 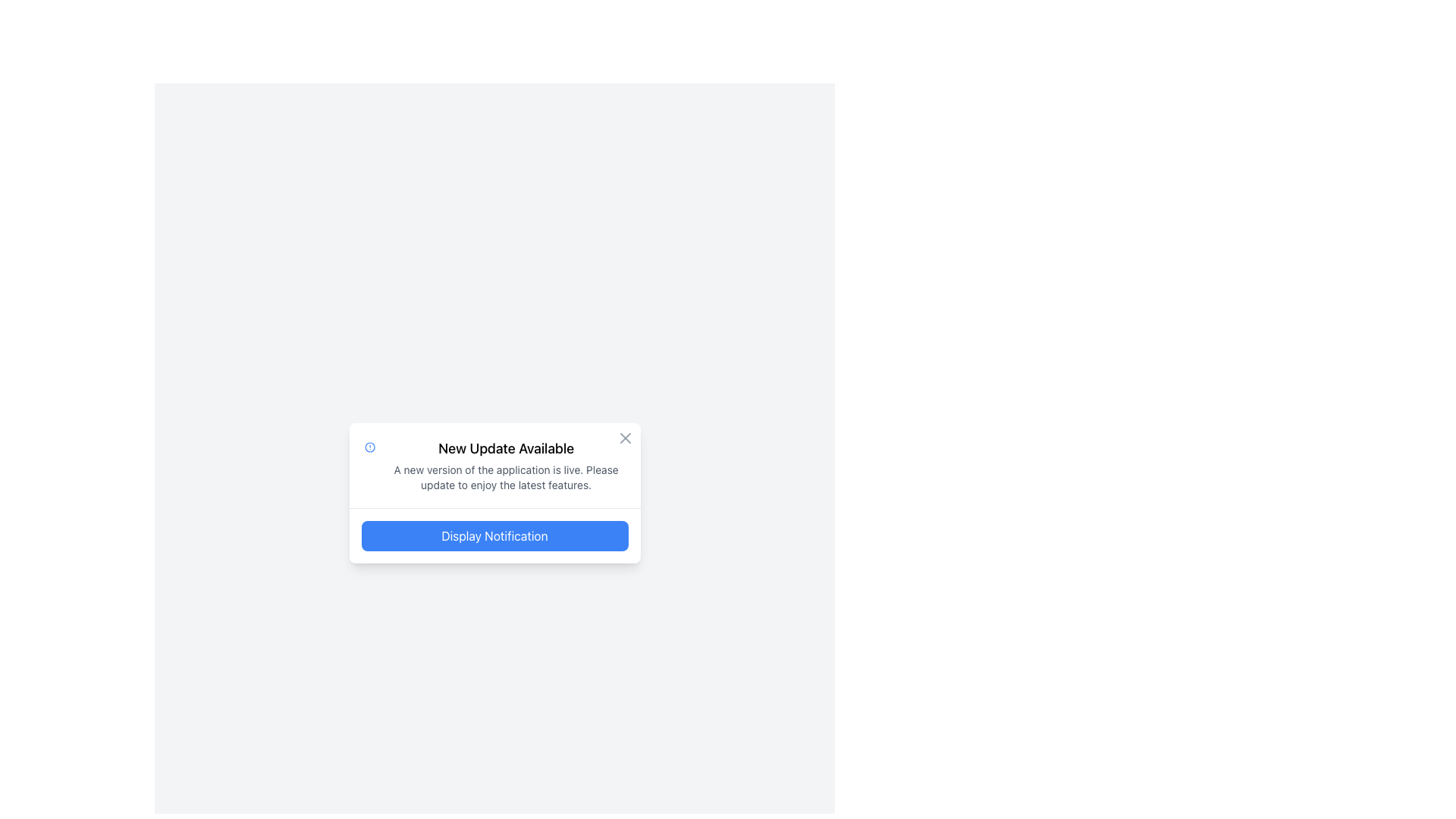 I want to click on the button located at the bottom of the 'New Update Available' modal dialog to observe any hover-specific styling or effects, so click(x=494, y=535).